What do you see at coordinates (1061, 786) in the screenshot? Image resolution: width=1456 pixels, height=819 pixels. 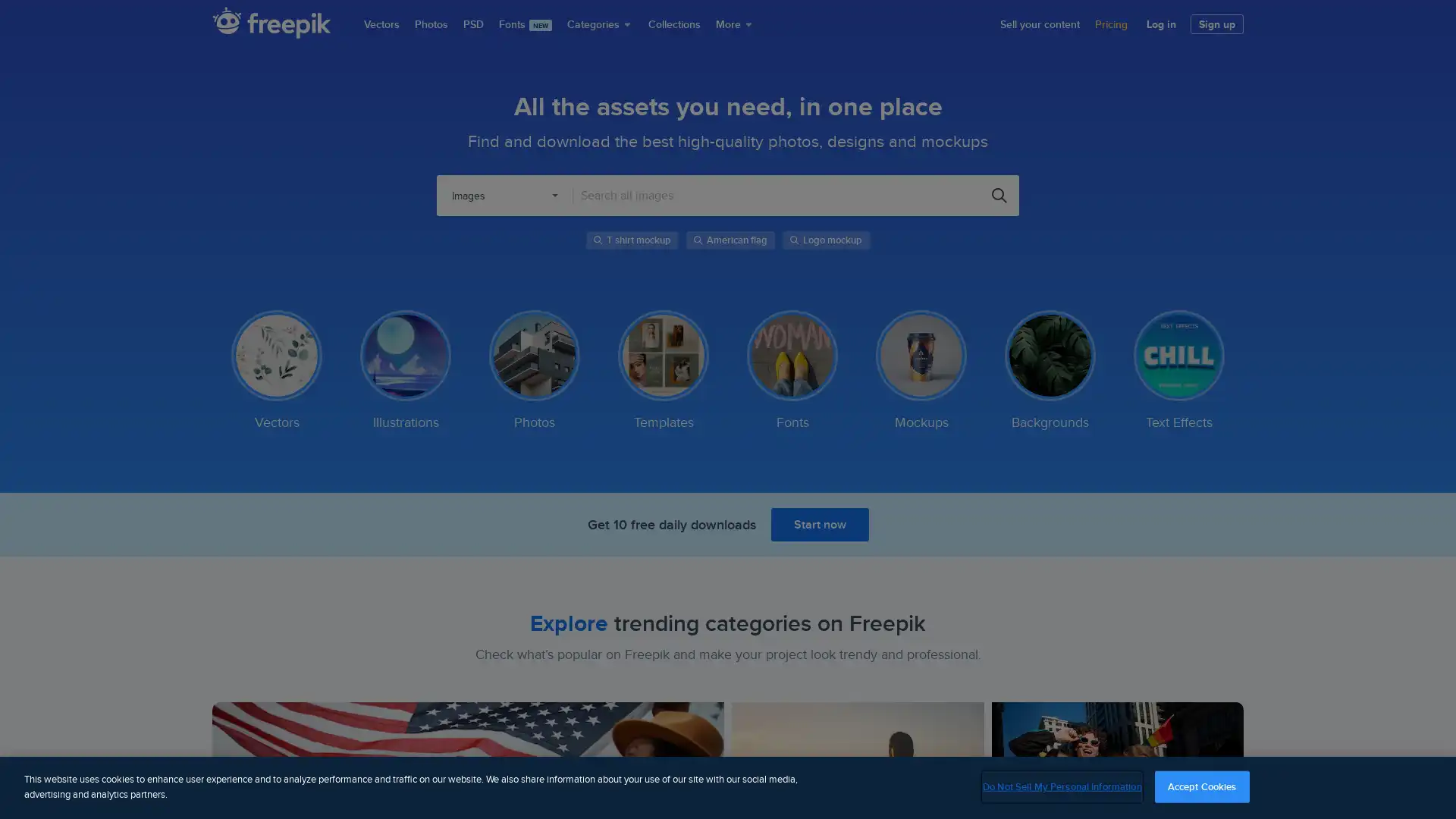 I see `Do Not Sell My Personal Information` at bounding box center [1061, 786].